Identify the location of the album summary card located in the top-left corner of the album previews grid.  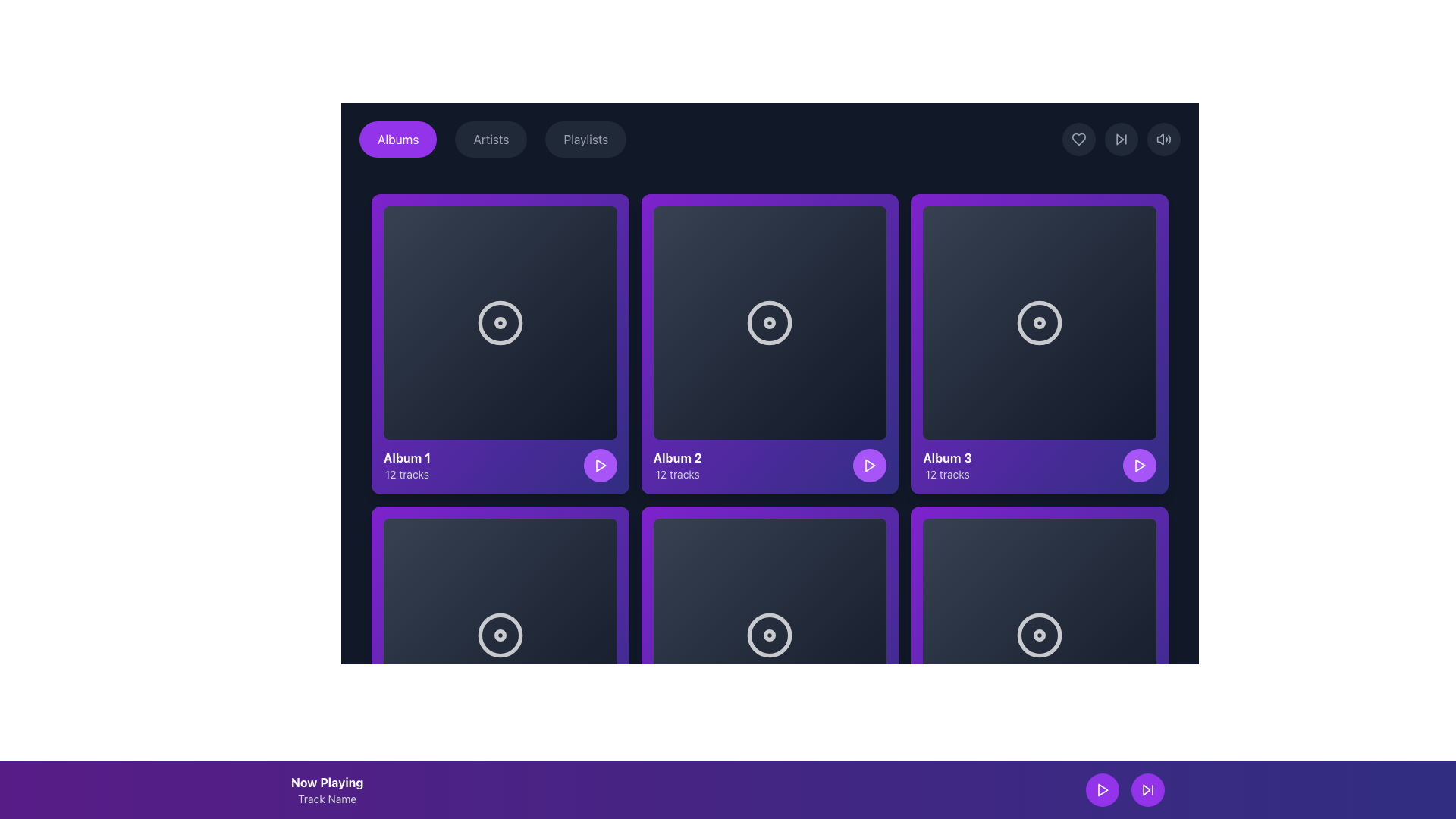
(500, 464).